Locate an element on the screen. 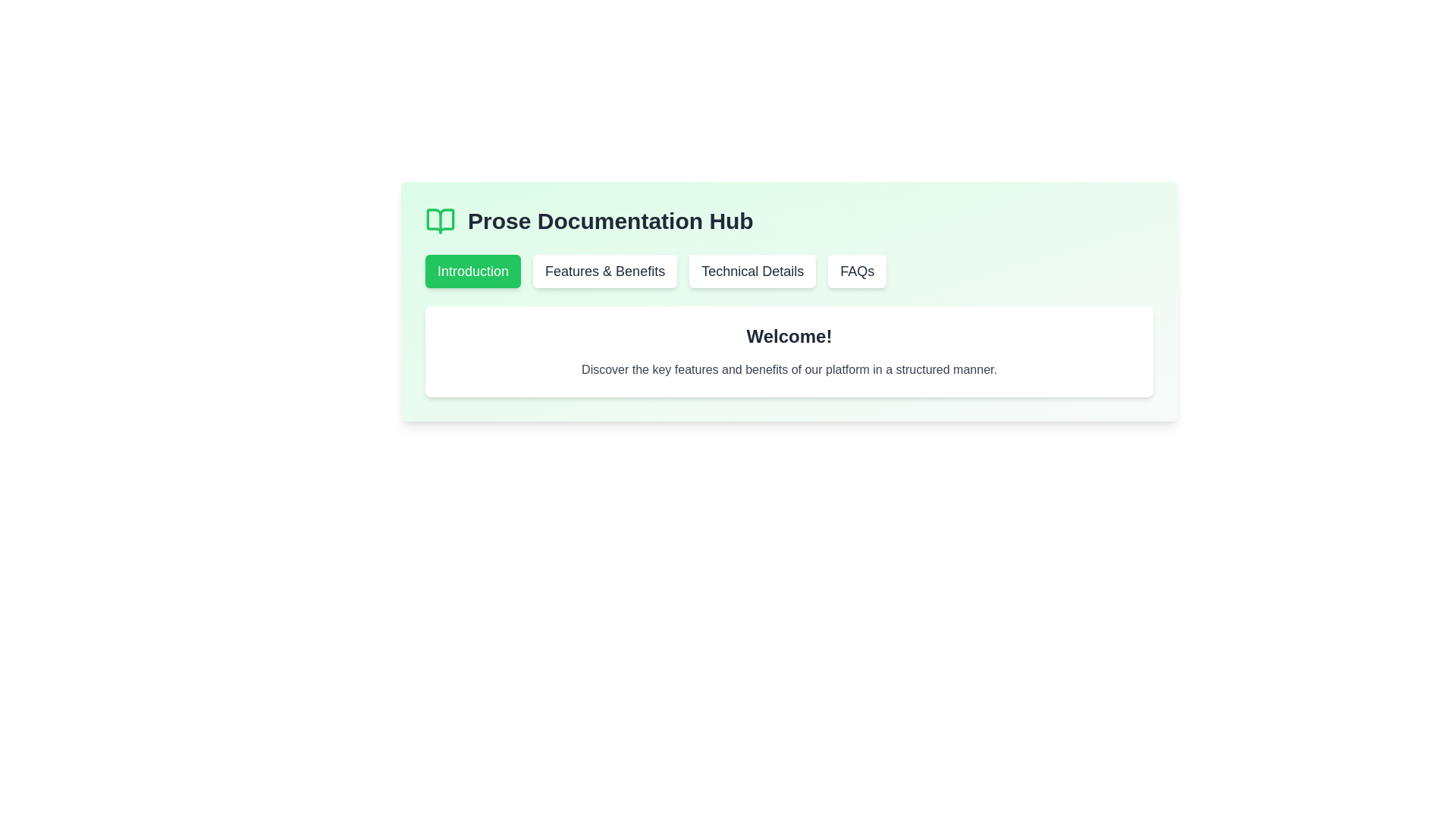  the highlighted button 'Introduction' in the Navigation bar is located at coordinates (789, 271).